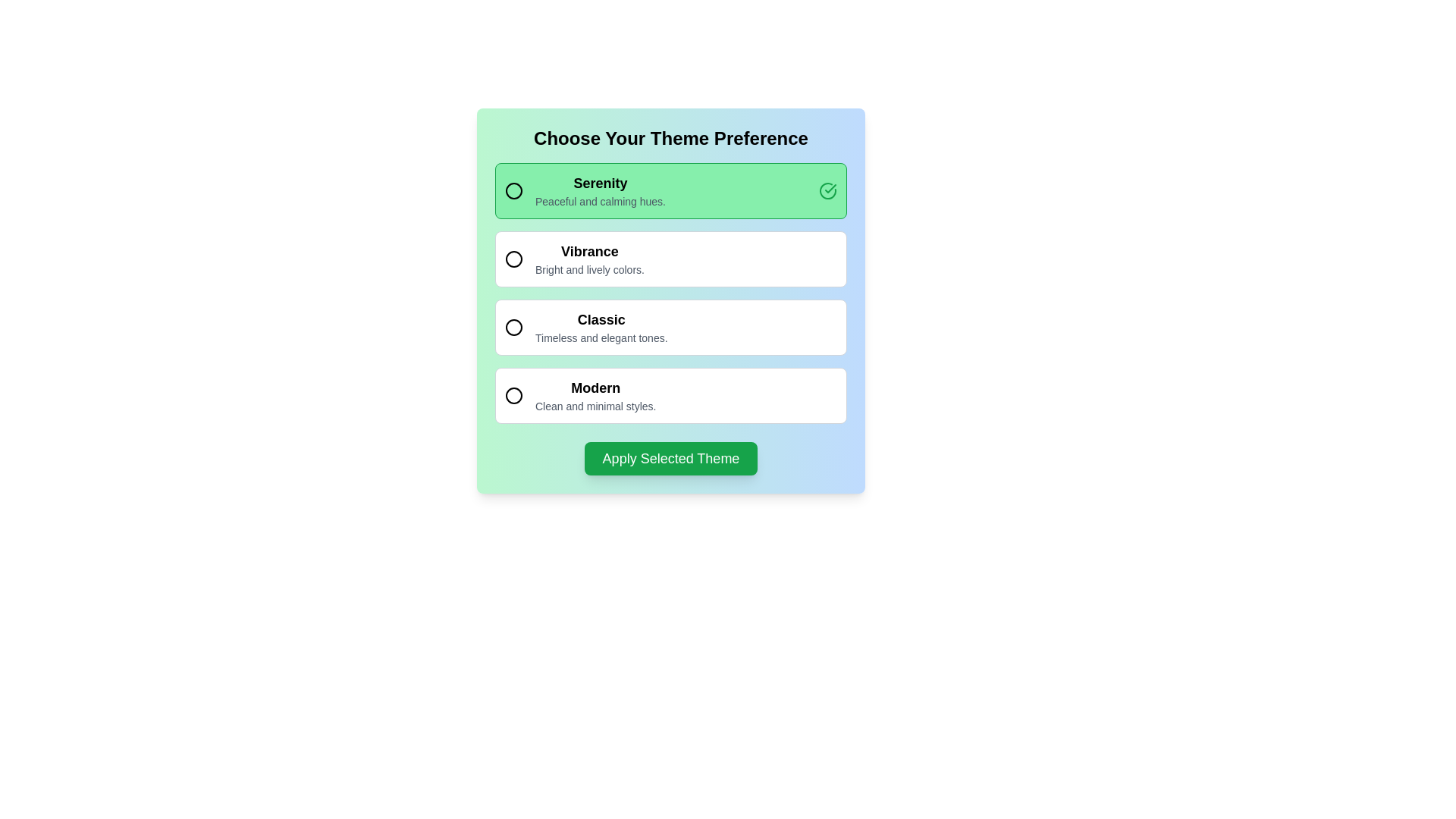 The width and height of the screenshot is (1456, 819). I want to click on the radio button representing the 'Modern' theme option, so click(513, 394).